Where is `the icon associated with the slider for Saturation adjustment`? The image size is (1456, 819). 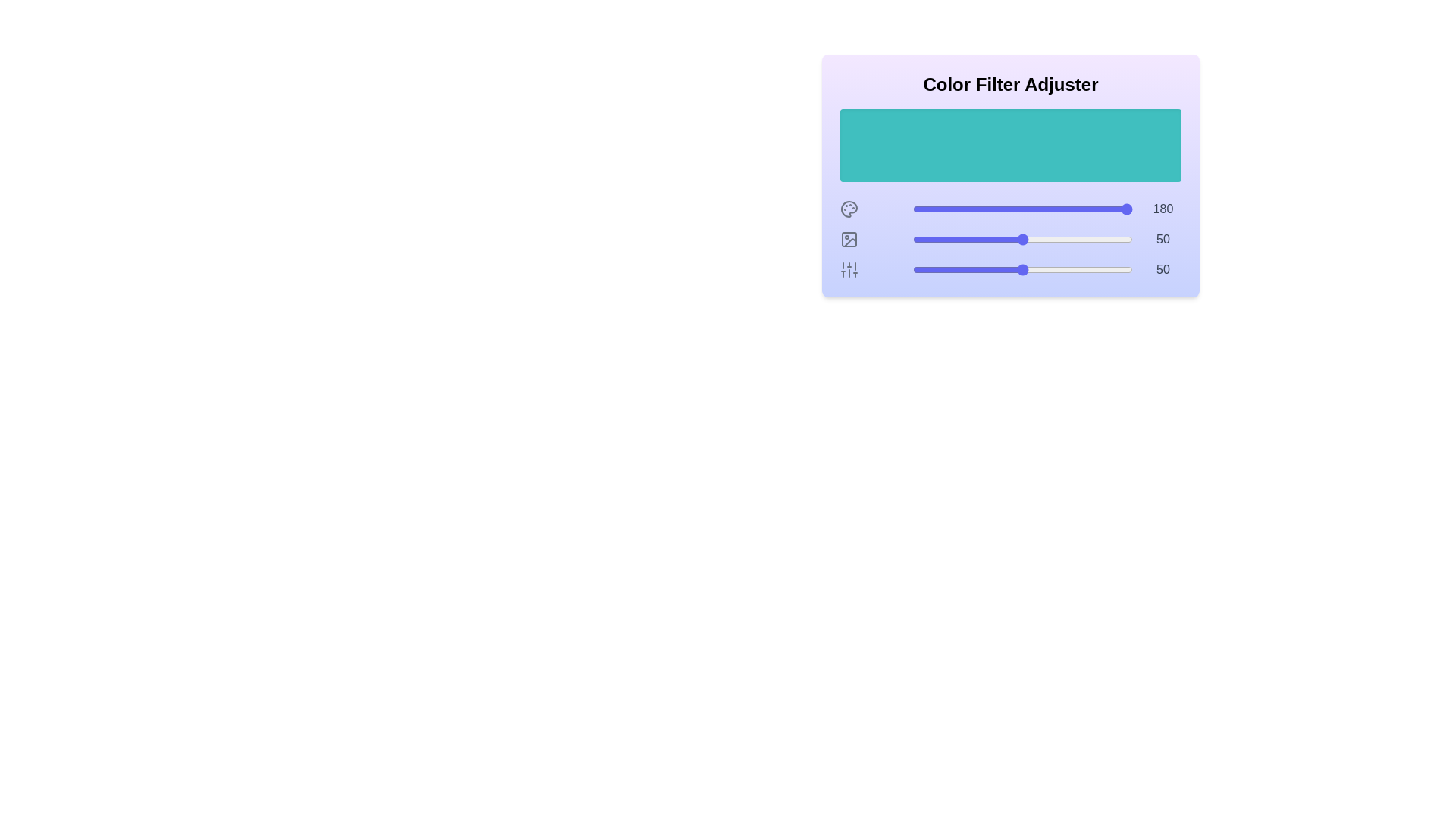
the icon associated with the slider for Saturation adjustment is located at coordinates (848, 239).